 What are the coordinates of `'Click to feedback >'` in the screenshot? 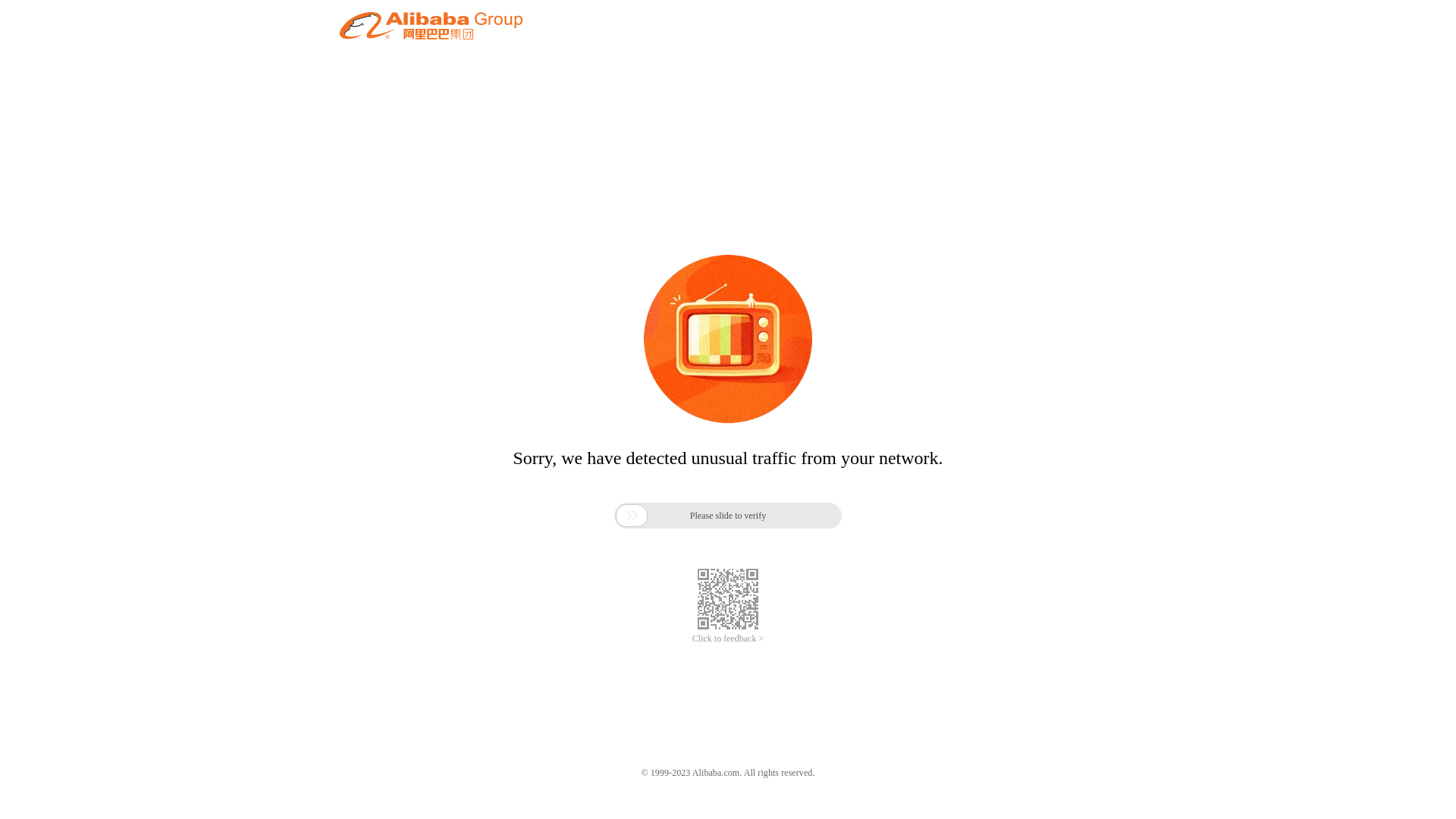 It's located at (728, 639).